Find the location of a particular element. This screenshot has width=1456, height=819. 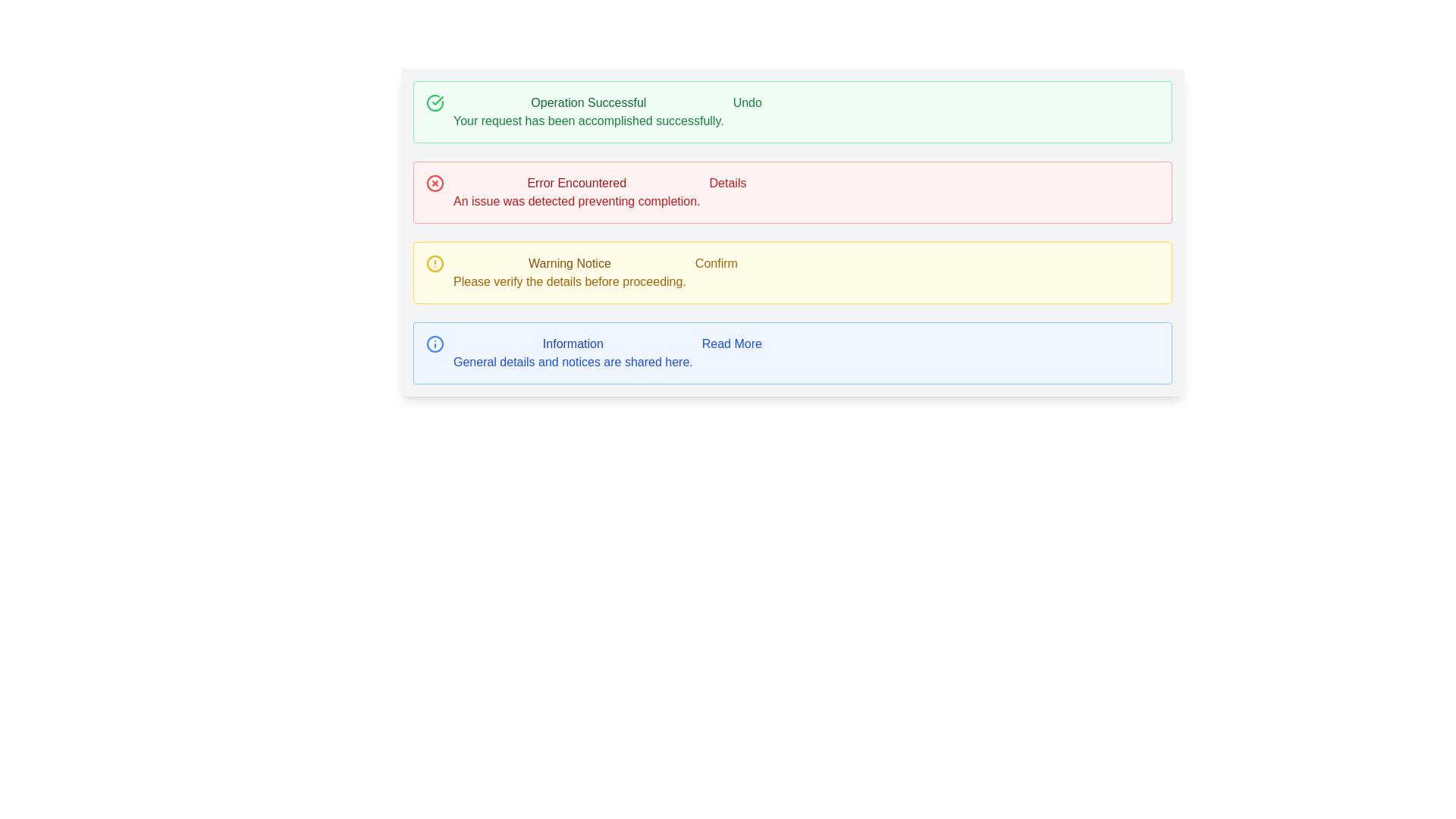

the 'Details' hyperlink styled text label within the red notification box labeled 'Error Encountered' is located at coordinates (728, 183).